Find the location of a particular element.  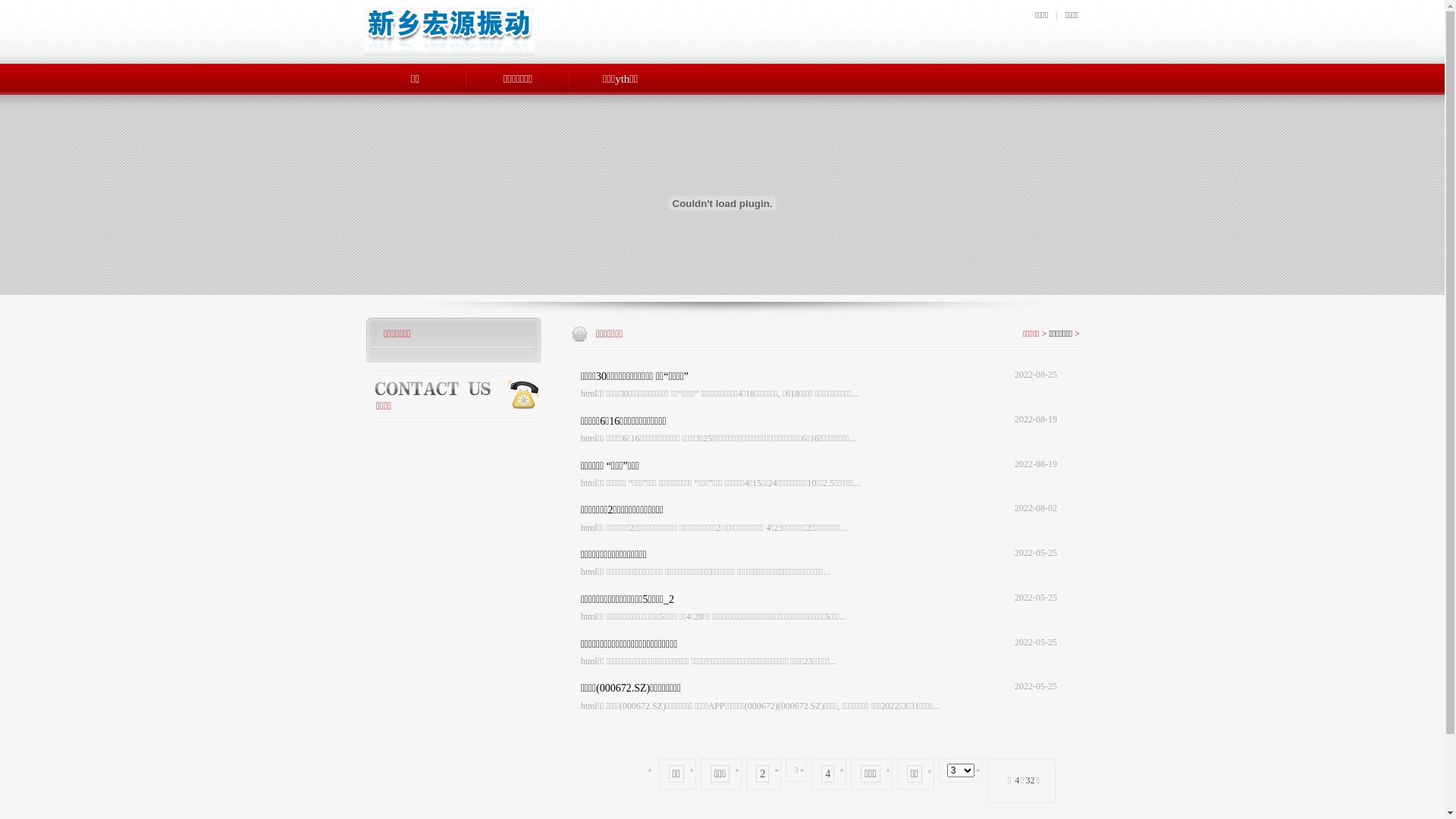

'4' is located at coordinates (827, 773).